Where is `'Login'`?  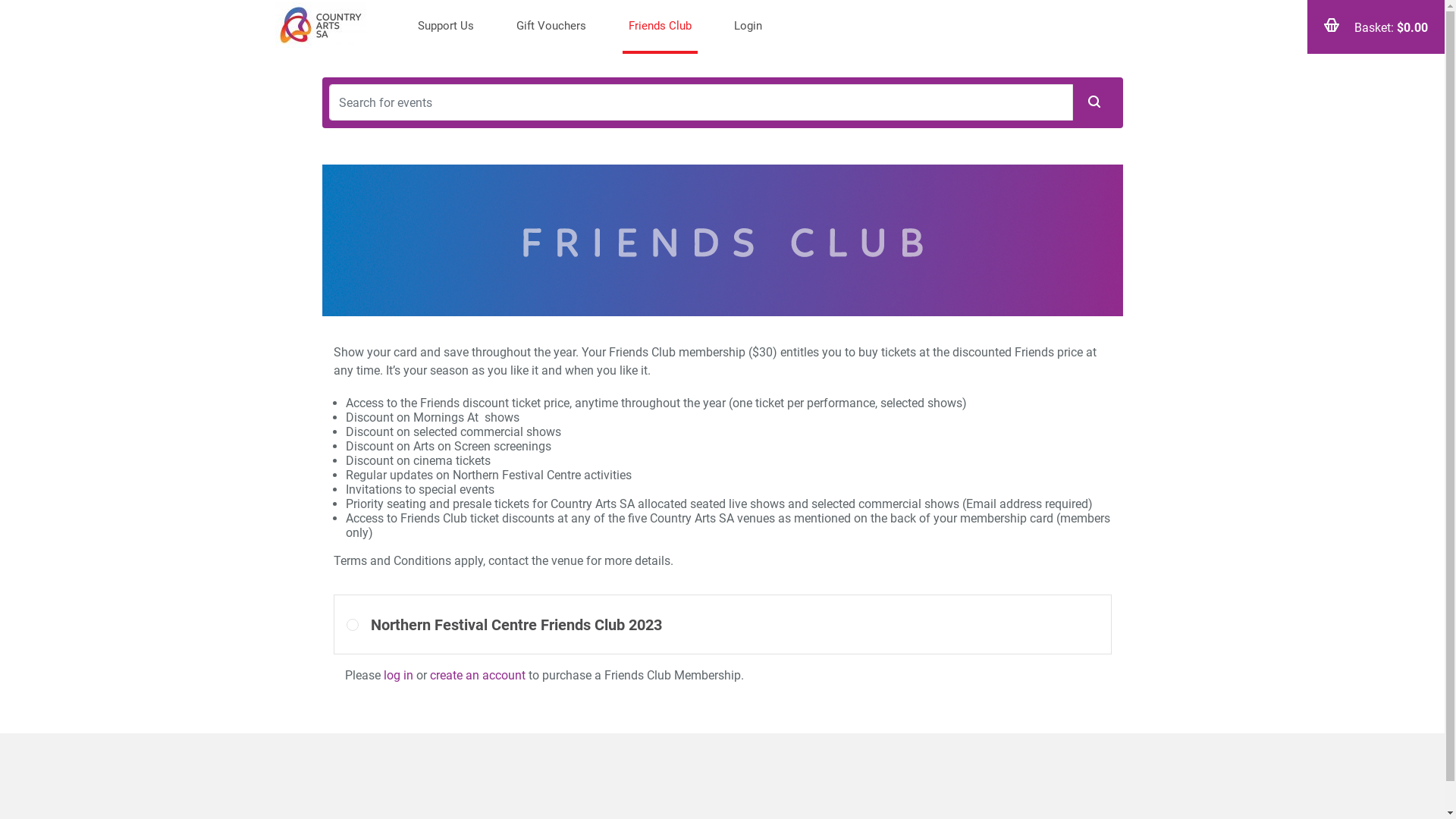 'Login' is located at coordinates (728, 27).